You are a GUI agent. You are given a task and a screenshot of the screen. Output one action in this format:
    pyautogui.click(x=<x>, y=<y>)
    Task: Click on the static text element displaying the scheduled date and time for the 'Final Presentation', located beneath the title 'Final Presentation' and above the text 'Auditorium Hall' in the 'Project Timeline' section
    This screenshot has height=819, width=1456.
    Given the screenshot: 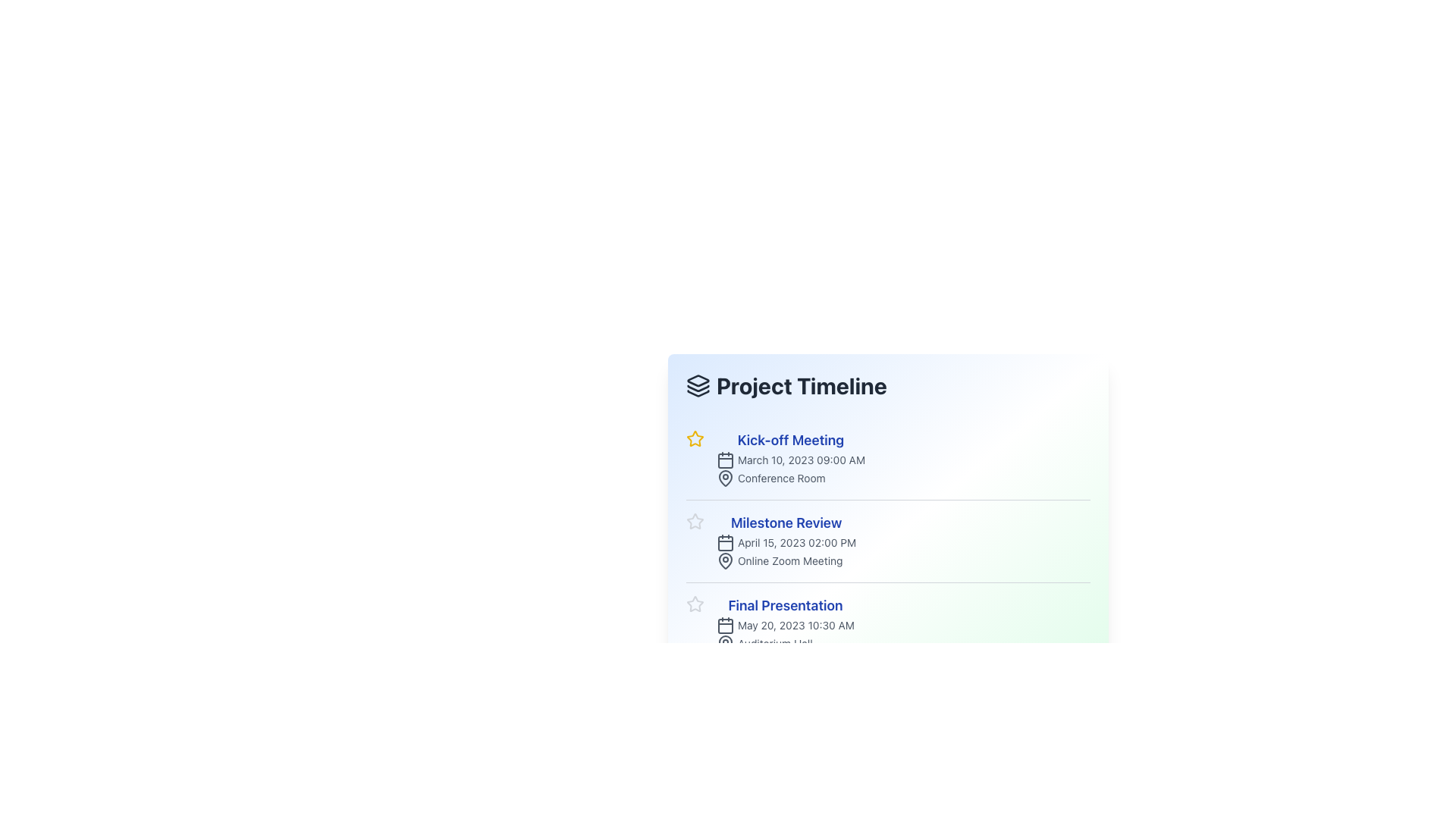 What is the action you would take?
    pyautogui.click(x=786, y=626)
    